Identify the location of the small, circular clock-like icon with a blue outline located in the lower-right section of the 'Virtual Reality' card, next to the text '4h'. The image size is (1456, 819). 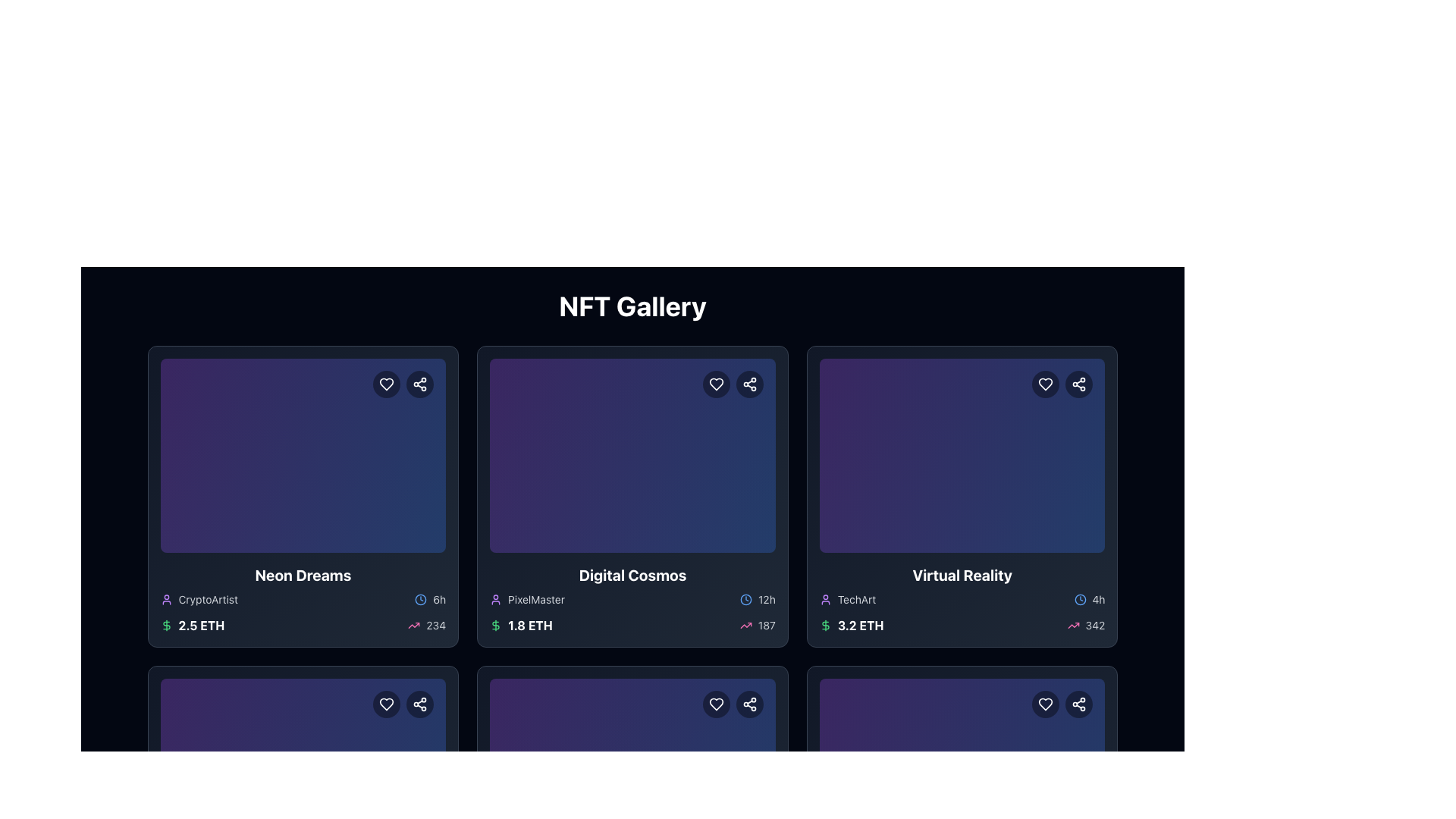
(1079, 598).